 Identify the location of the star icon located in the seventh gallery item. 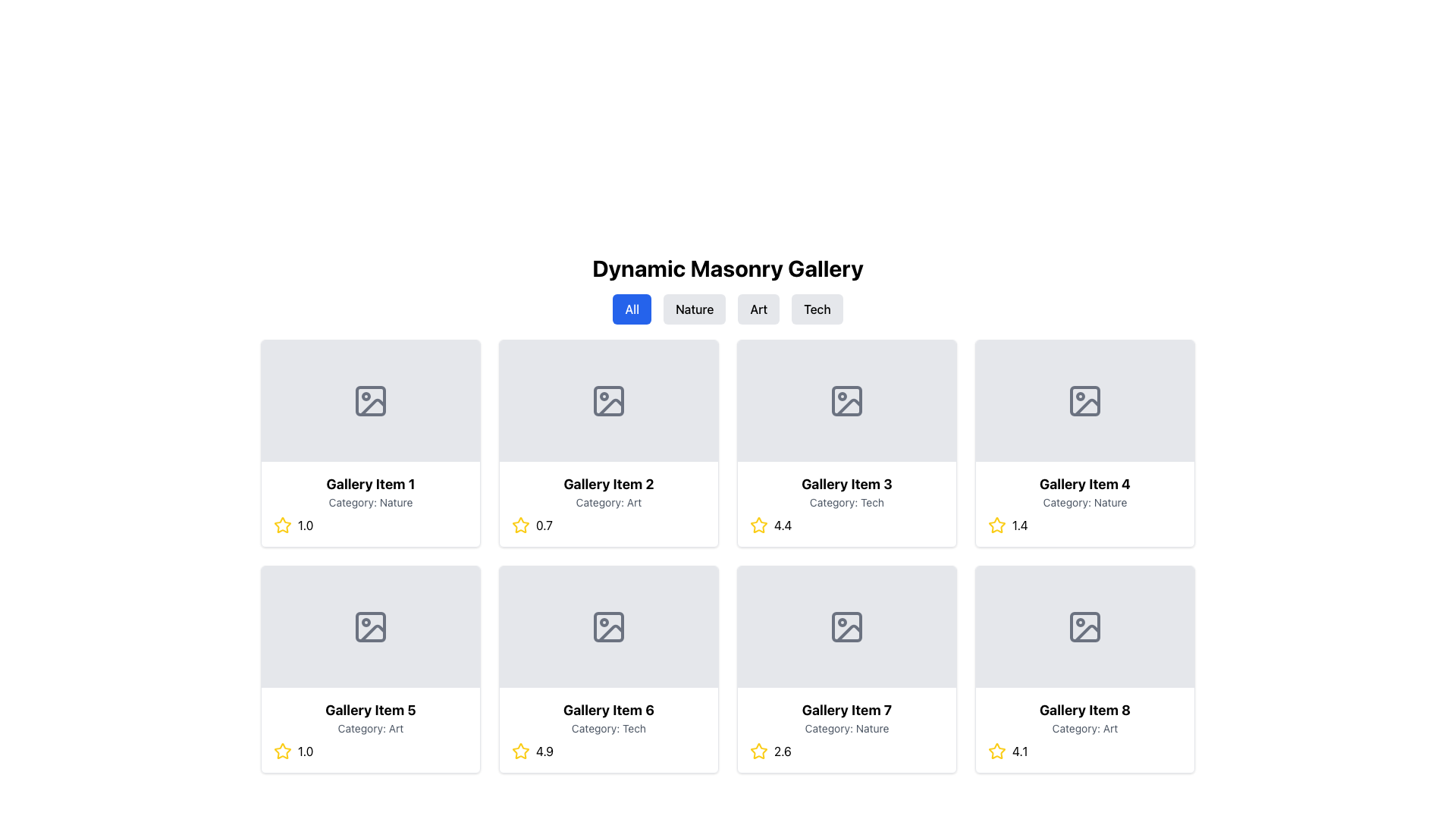
(759, 752).